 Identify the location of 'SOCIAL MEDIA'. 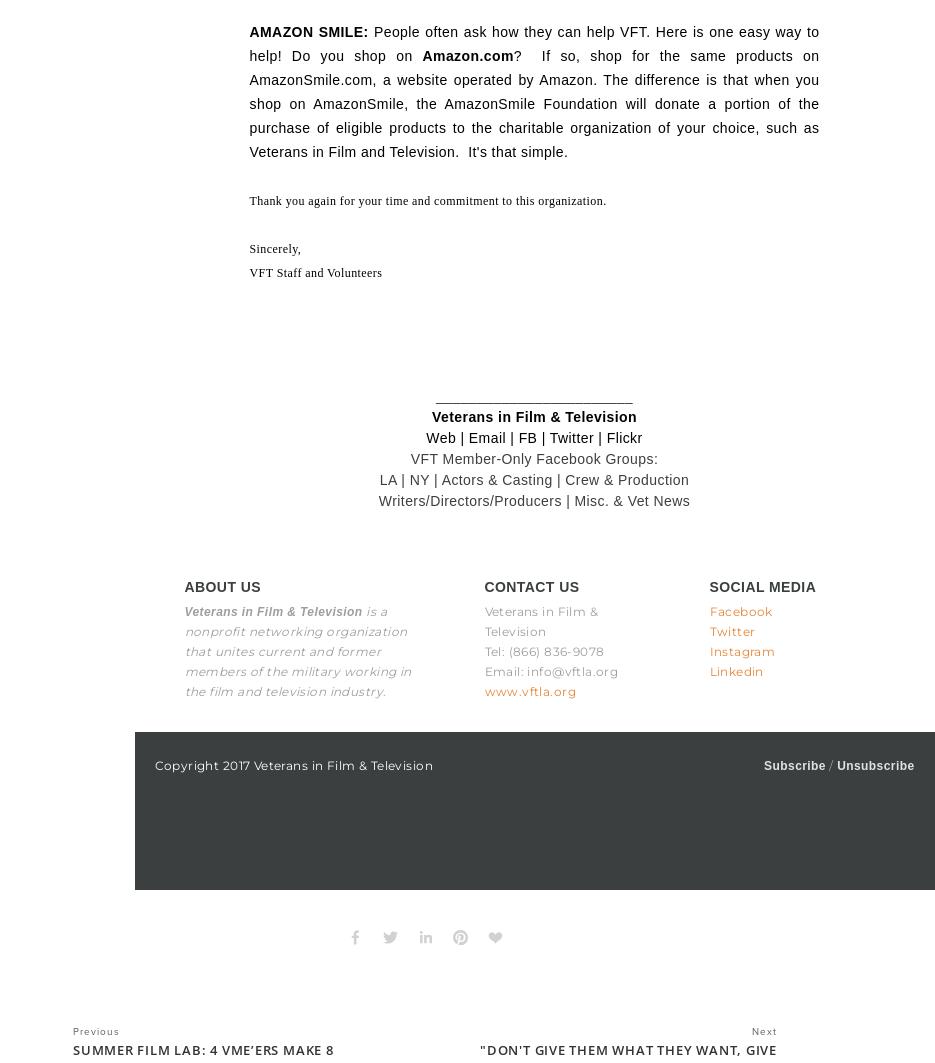
(762, 585).